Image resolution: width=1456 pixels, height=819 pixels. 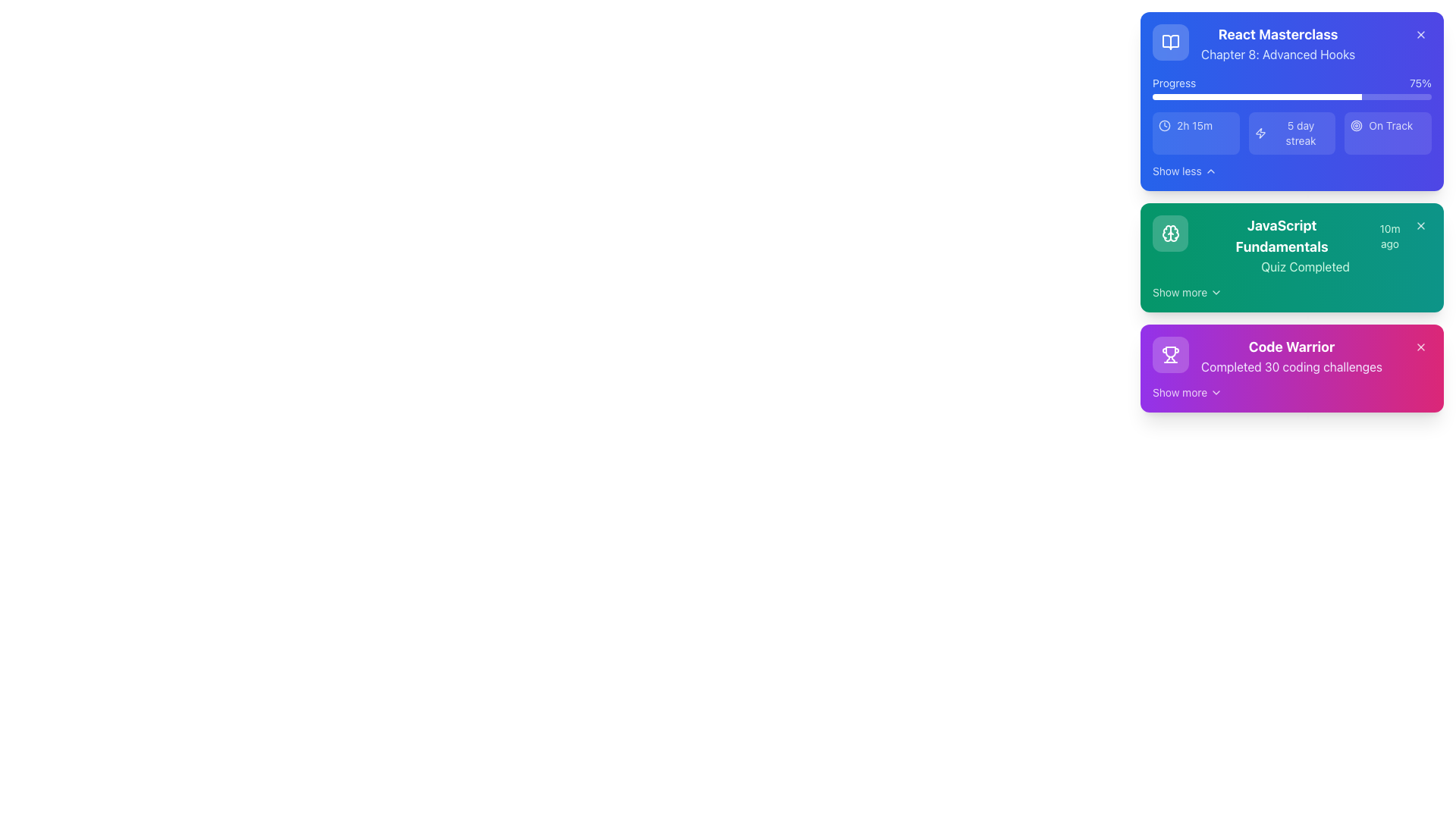 I want to click on the close button in the top-right corner of the green card labeled 'JavaScript Fundamentals', so click(x=1420, y=225).